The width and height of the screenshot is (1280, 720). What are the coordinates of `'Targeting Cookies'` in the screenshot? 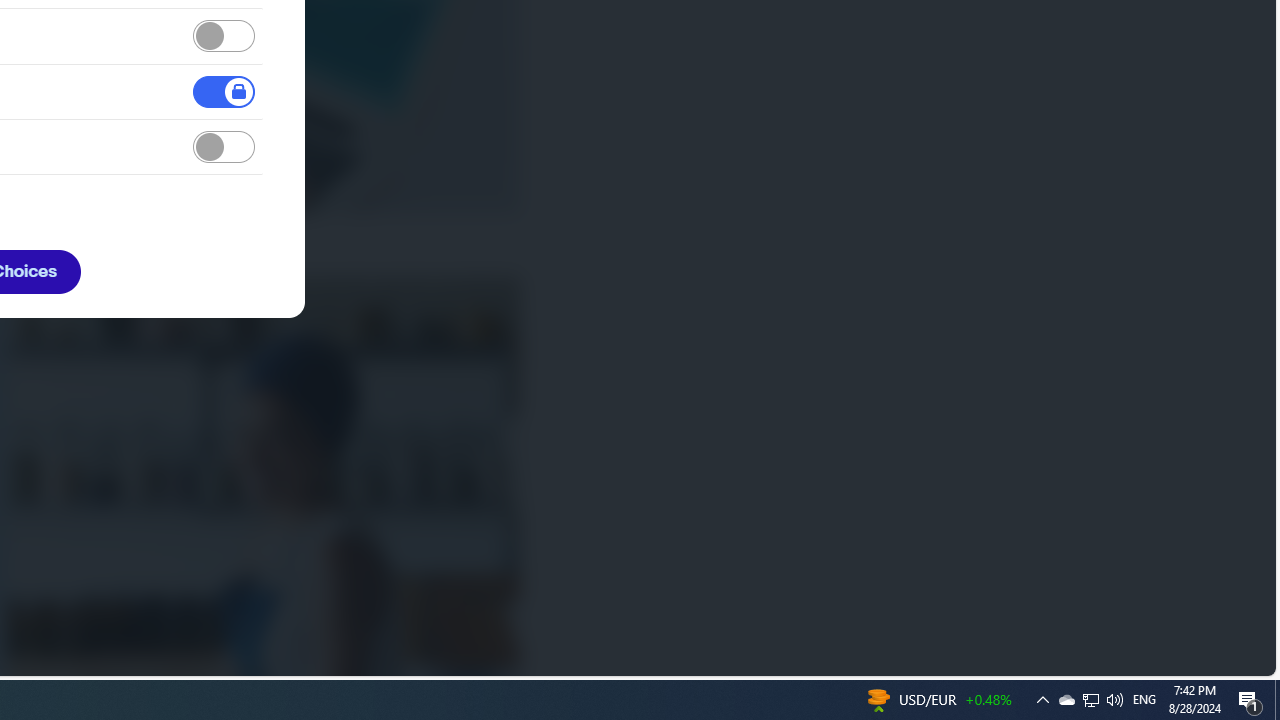 It's located at (224, 146).